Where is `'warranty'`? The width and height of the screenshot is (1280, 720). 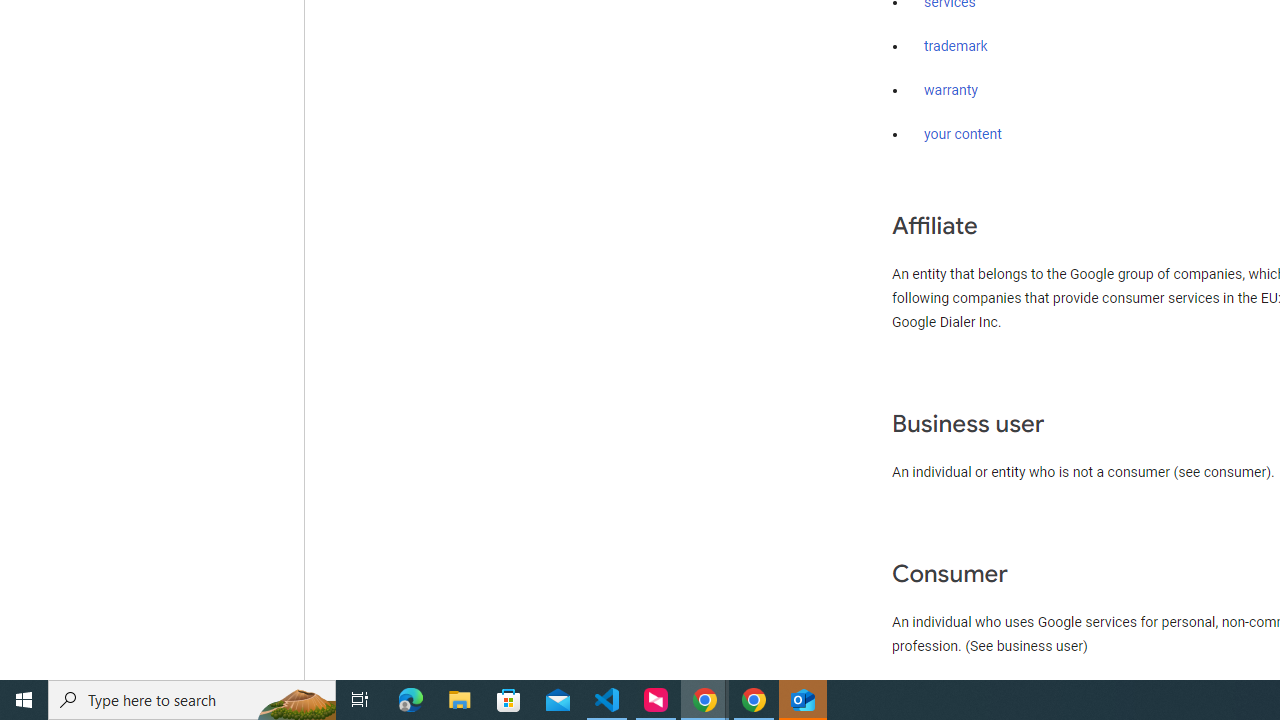
'warranty' is located at coordinates (950, 91).